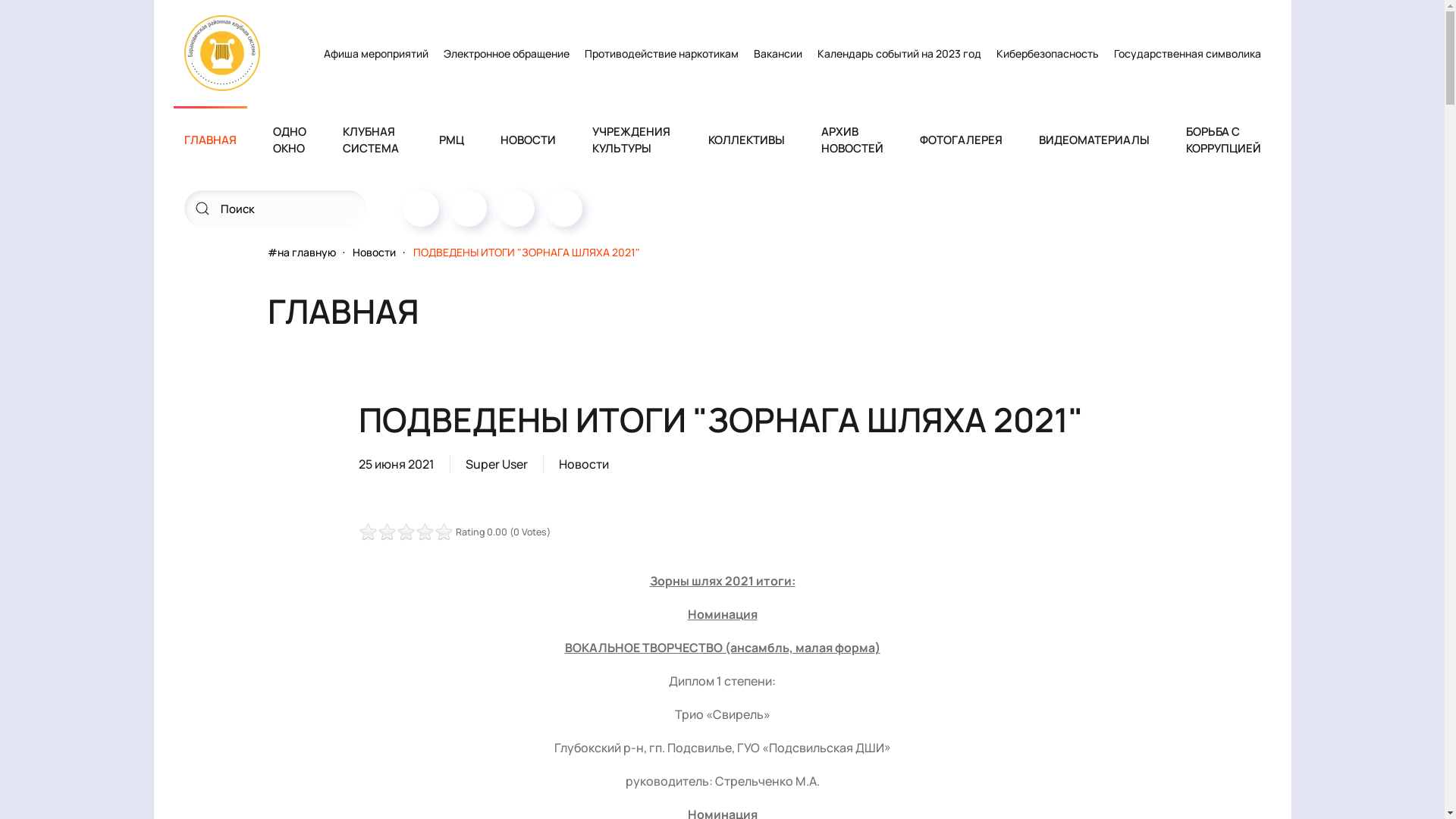 The image size is (1456, 819). I want to click on '1', so click(362, 531).